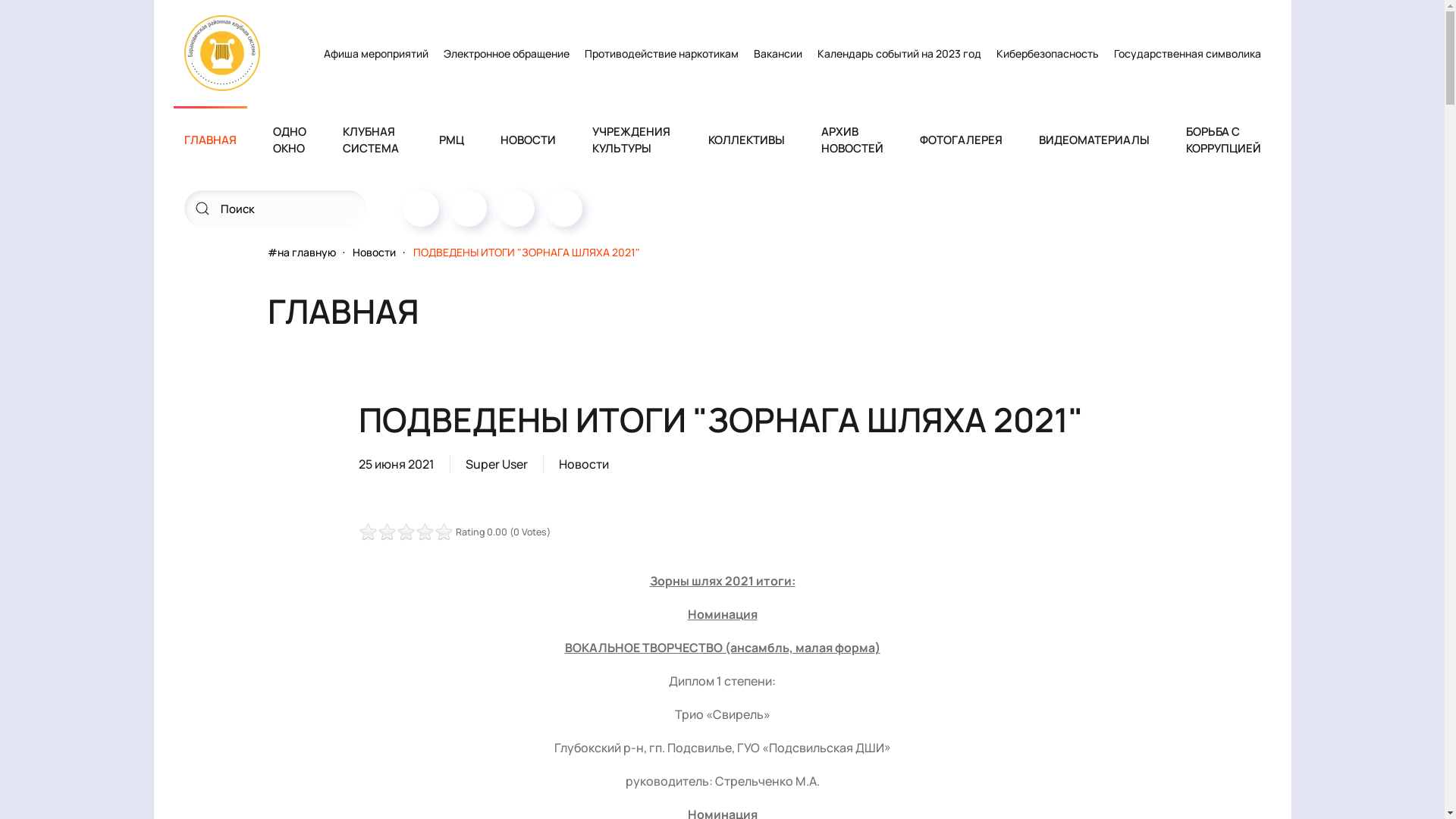 The image size is (1456, 819). I want to click on '1', so click(362, 531).